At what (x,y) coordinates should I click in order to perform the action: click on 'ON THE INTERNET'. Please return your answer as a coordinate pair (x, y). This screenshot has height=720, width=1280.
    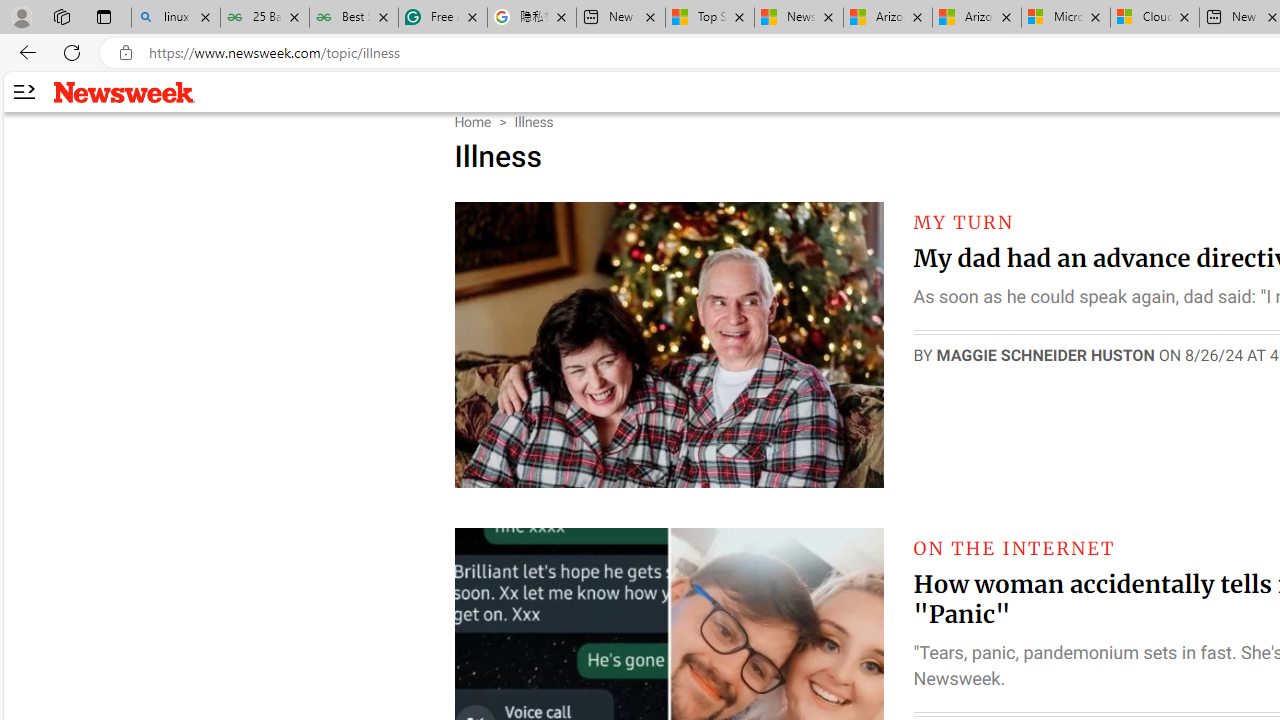
    Looking at the image, I should click on (1014, 549).